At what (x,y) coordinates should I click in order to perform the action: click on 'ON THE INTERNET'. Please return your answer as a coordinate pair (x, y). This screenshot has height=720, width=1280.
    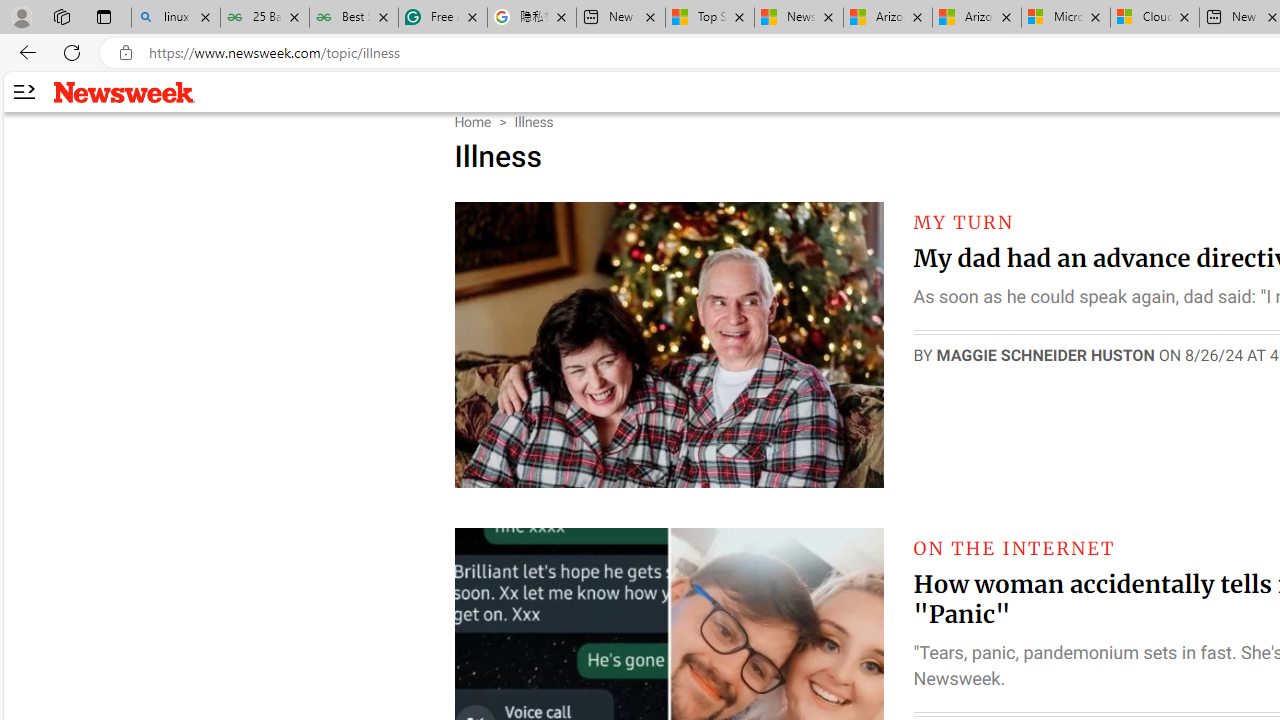
    Looking at the image, I should click on (1014, 549).